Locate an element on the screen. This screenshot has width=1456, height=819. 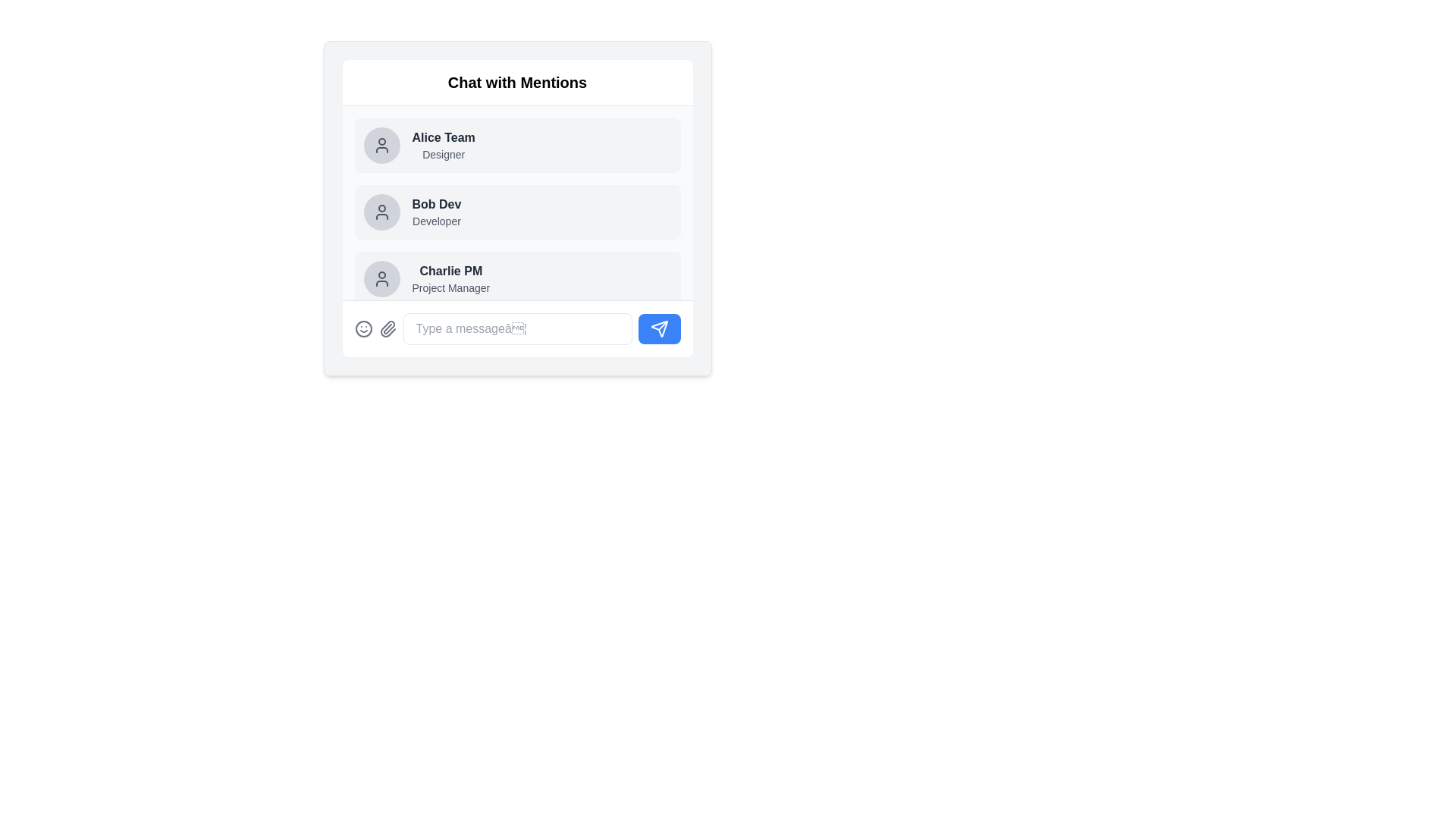
the 'Alice Team' static text label, which identifies the primary designation in the list of contacts, positioned above the 'Designer' text is located at coordinates (443, 137).